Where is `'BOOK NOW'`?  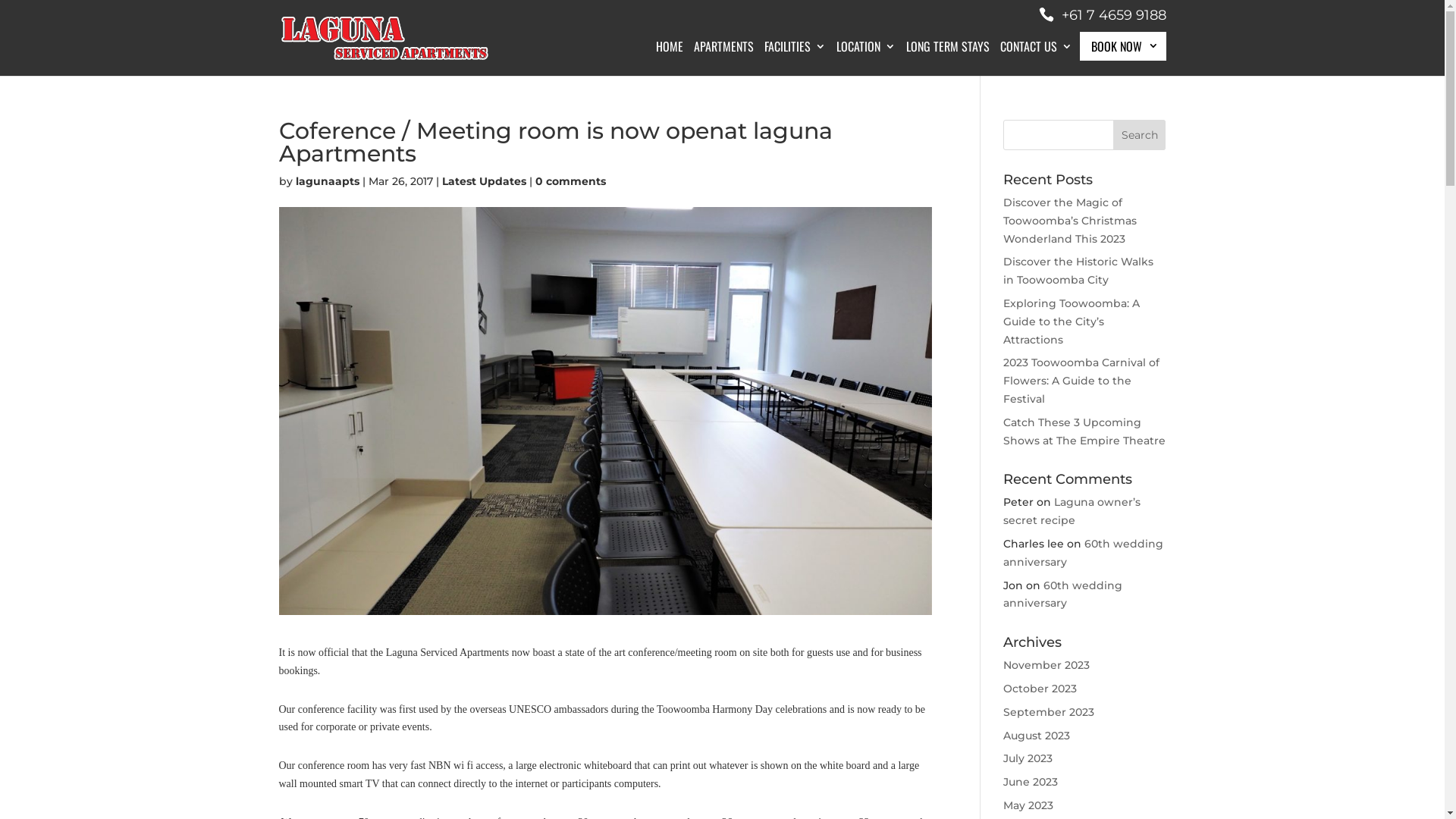
'BOOK NOW' is located at coordinates (1123, 45).